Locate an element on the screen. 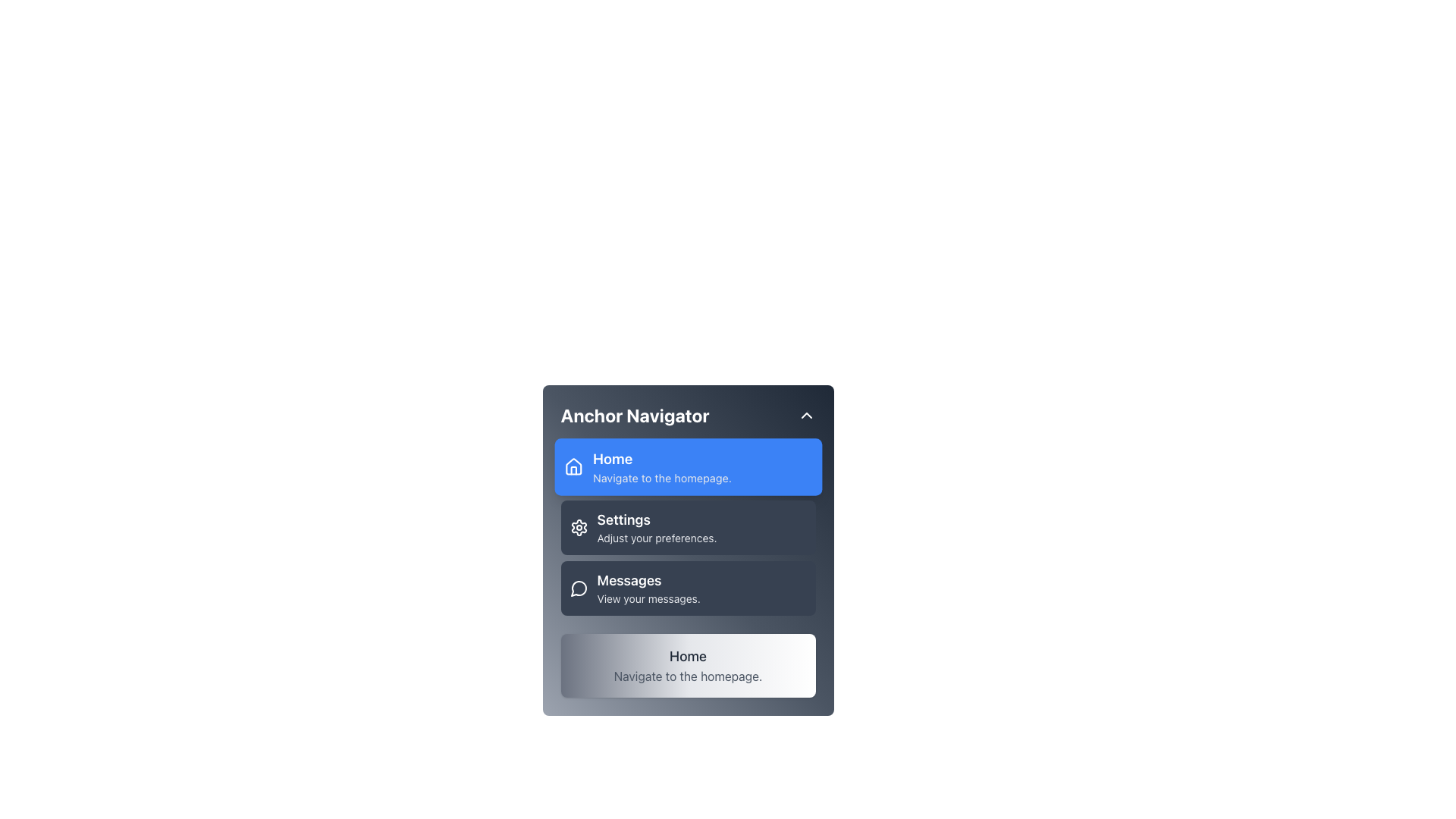 This screenshot has height=819, width=1456. text content of the element displaying 'View your messages.' located beneath the 'Messages' title in the 'Anchor Navigator' panel is located at coordinates (648, 598).